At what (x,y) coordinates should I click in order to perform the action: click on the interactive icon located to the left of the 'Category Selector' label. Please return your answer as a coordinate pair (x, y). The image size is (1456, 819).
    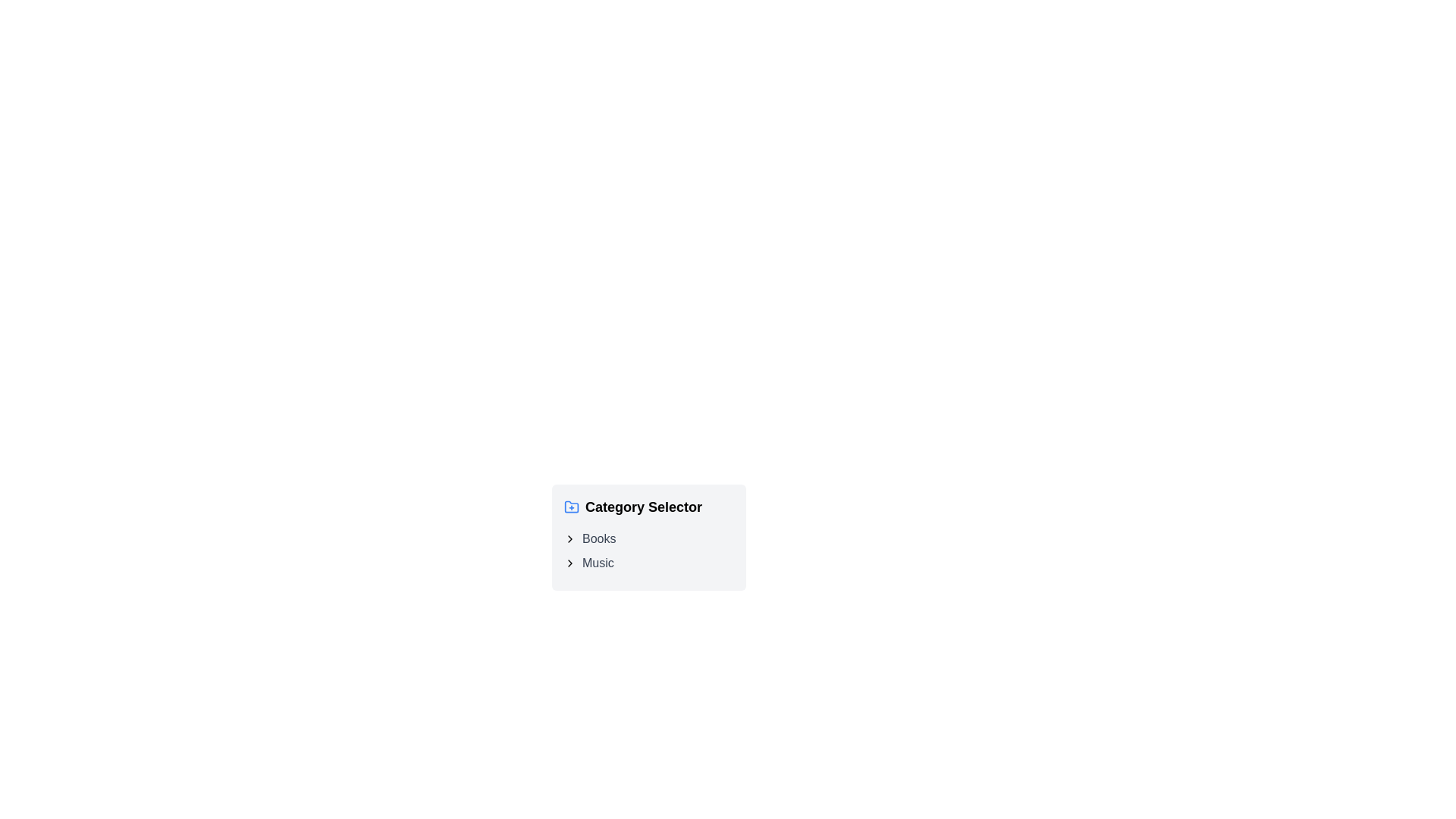
    Looking at the image, I should click on (570, 507).